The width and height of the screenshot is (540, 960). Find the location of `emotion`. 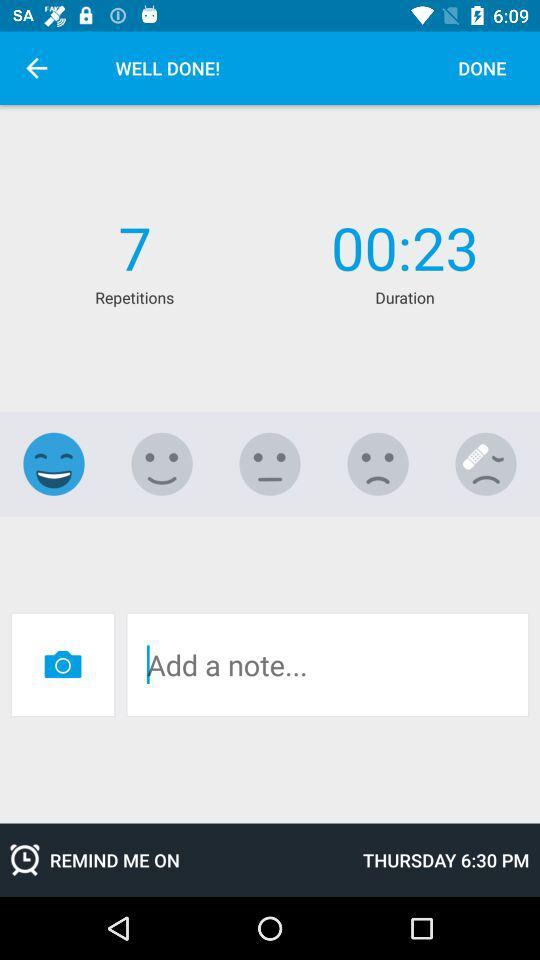

emotion is located at coordinates (54, 464).